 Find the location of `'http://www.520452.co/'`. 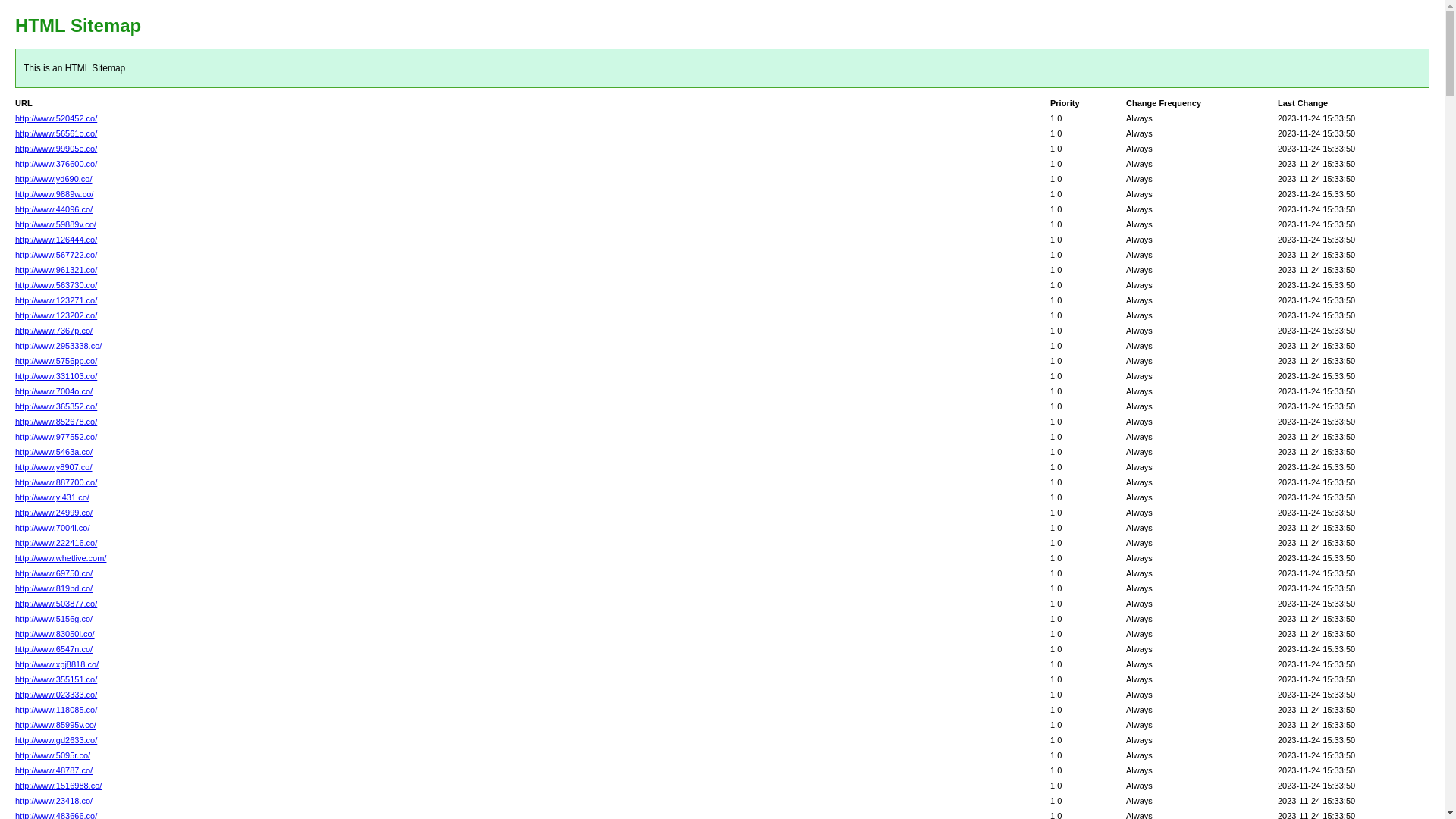

'http://www.520452.co/' is located at coordinates (55, 117).